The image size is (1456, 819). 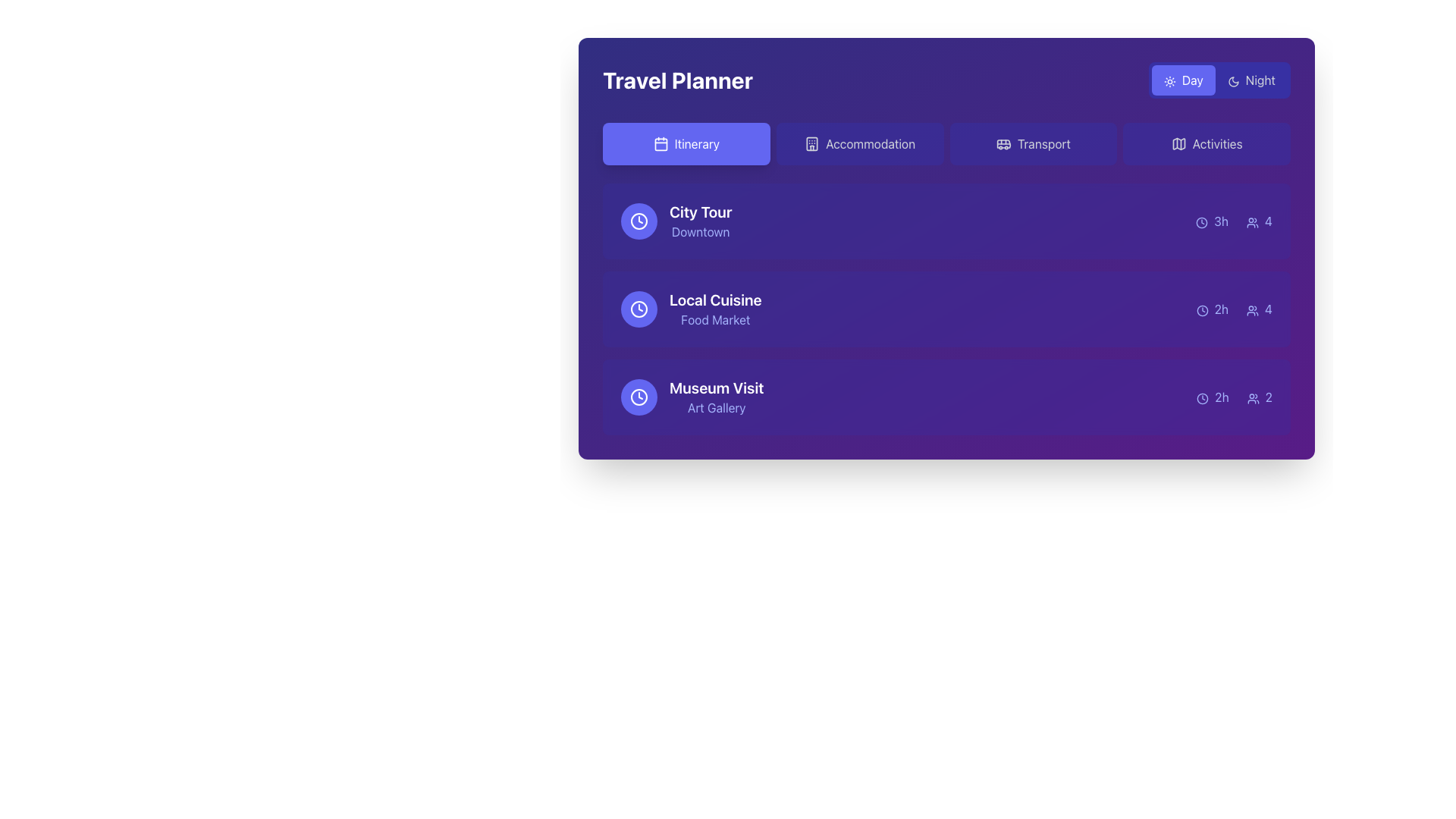 I want to click on the value of the Text (Number) indicating the group size associated with the first itinerary item, which is located at the top-right section of the first item in the list, so click(x=1259, y=221).